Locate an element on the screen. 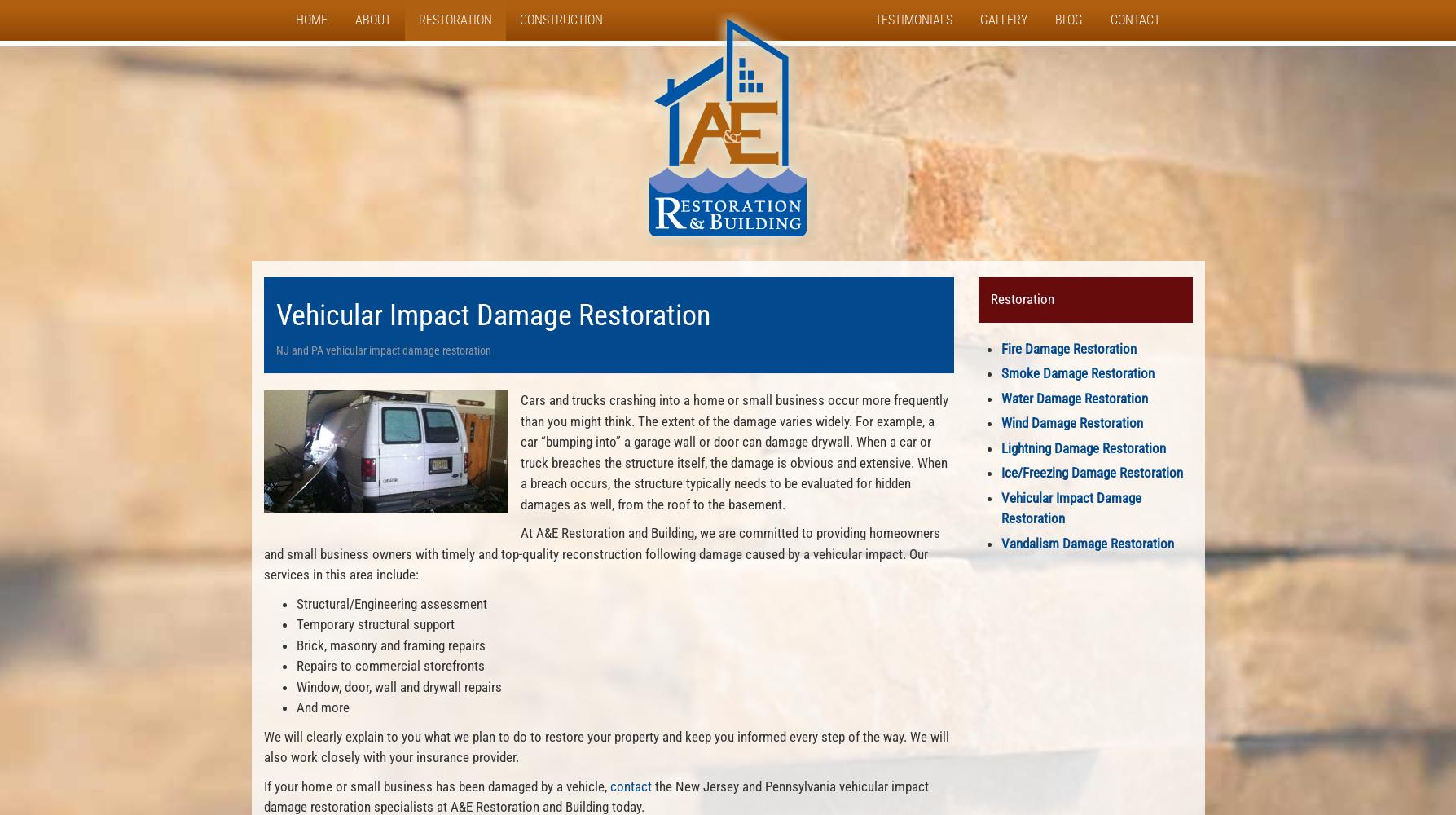 The image size is (1456, 815). 'Wind Damage Restoration' is located at coordinates (1071, 423).